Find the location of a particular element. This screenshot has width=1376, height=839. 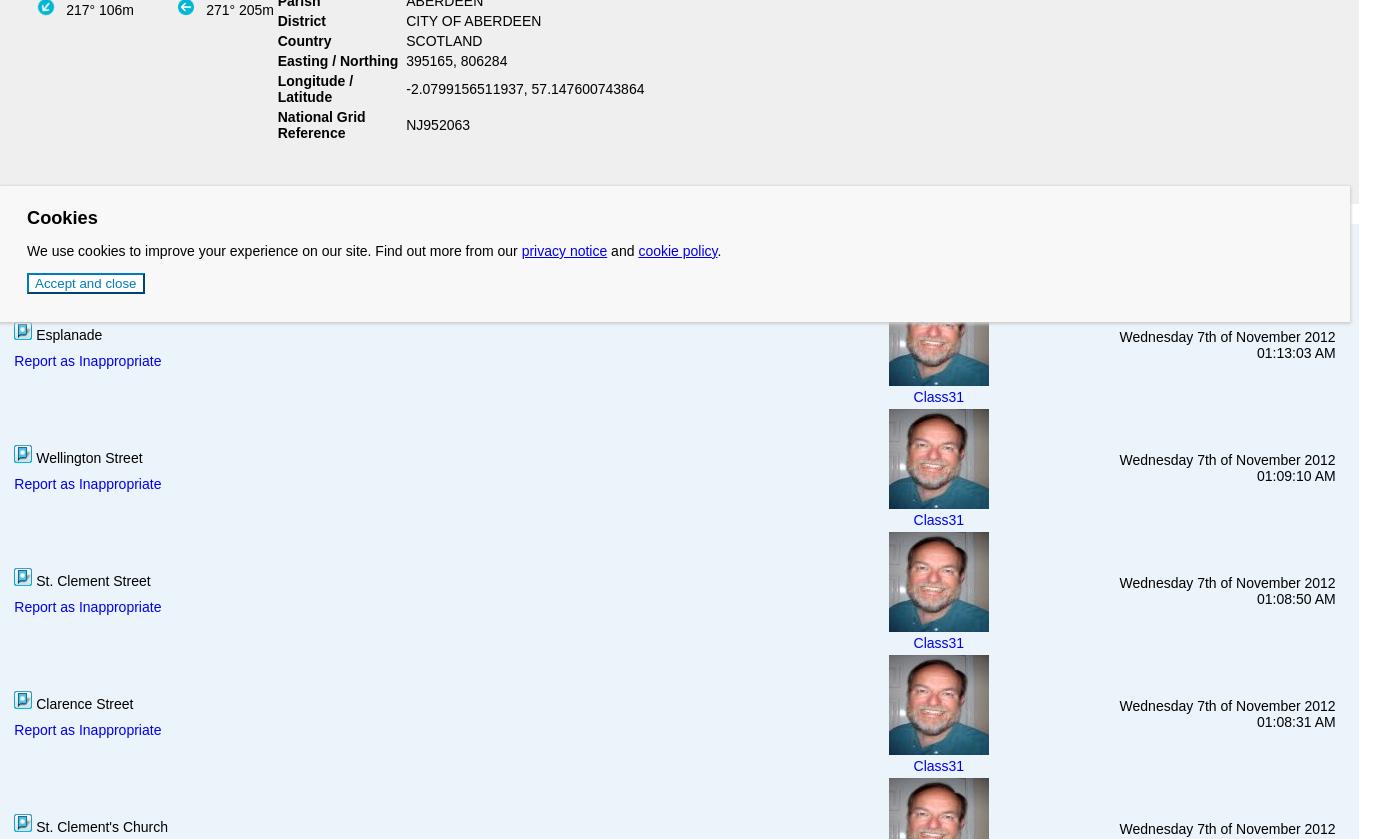

'St. Clement Street' is located at coordinates (31, 579).